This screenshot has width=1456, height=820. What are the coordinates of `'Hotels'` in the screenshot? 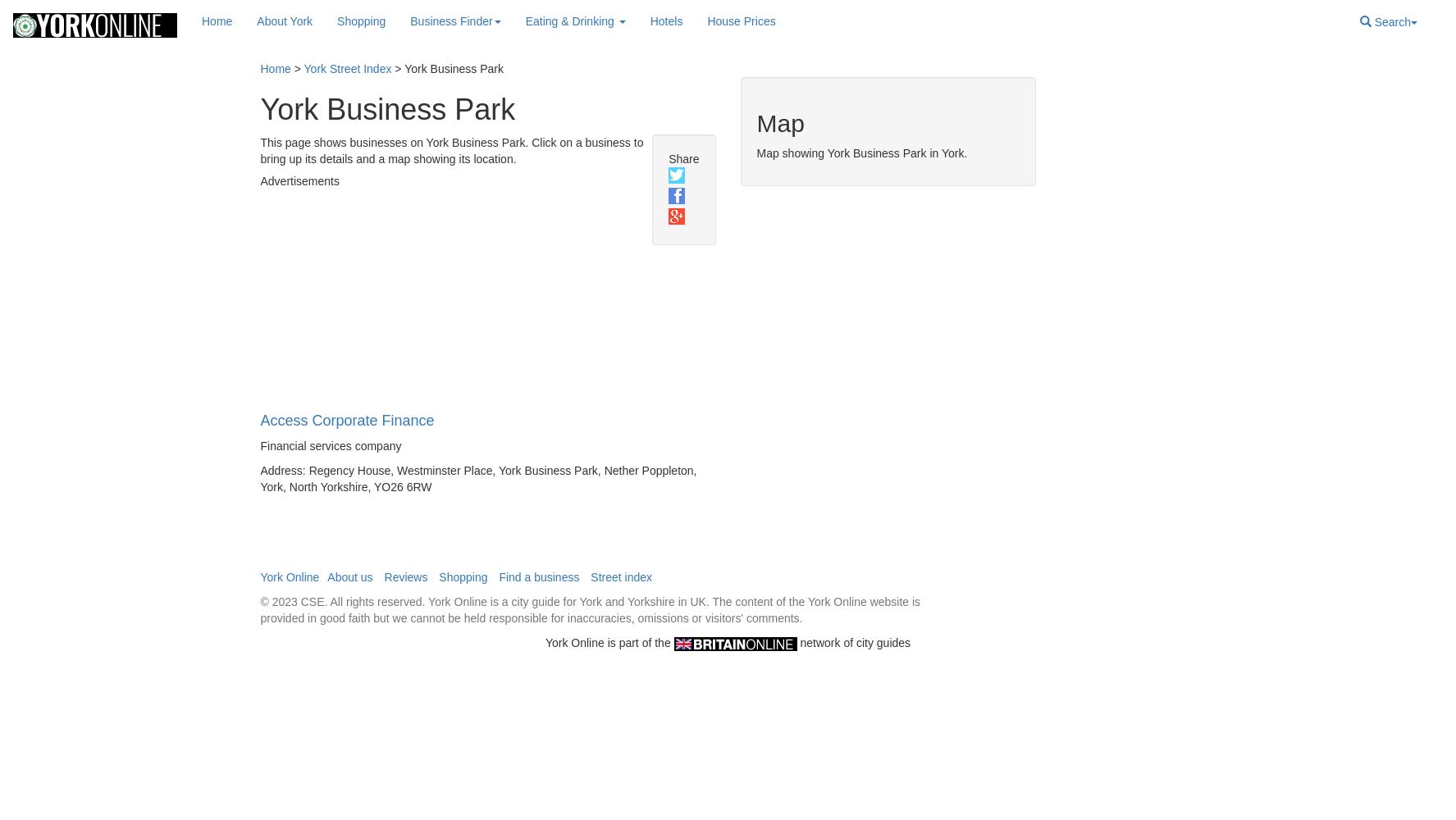 It's located at (665, 21).